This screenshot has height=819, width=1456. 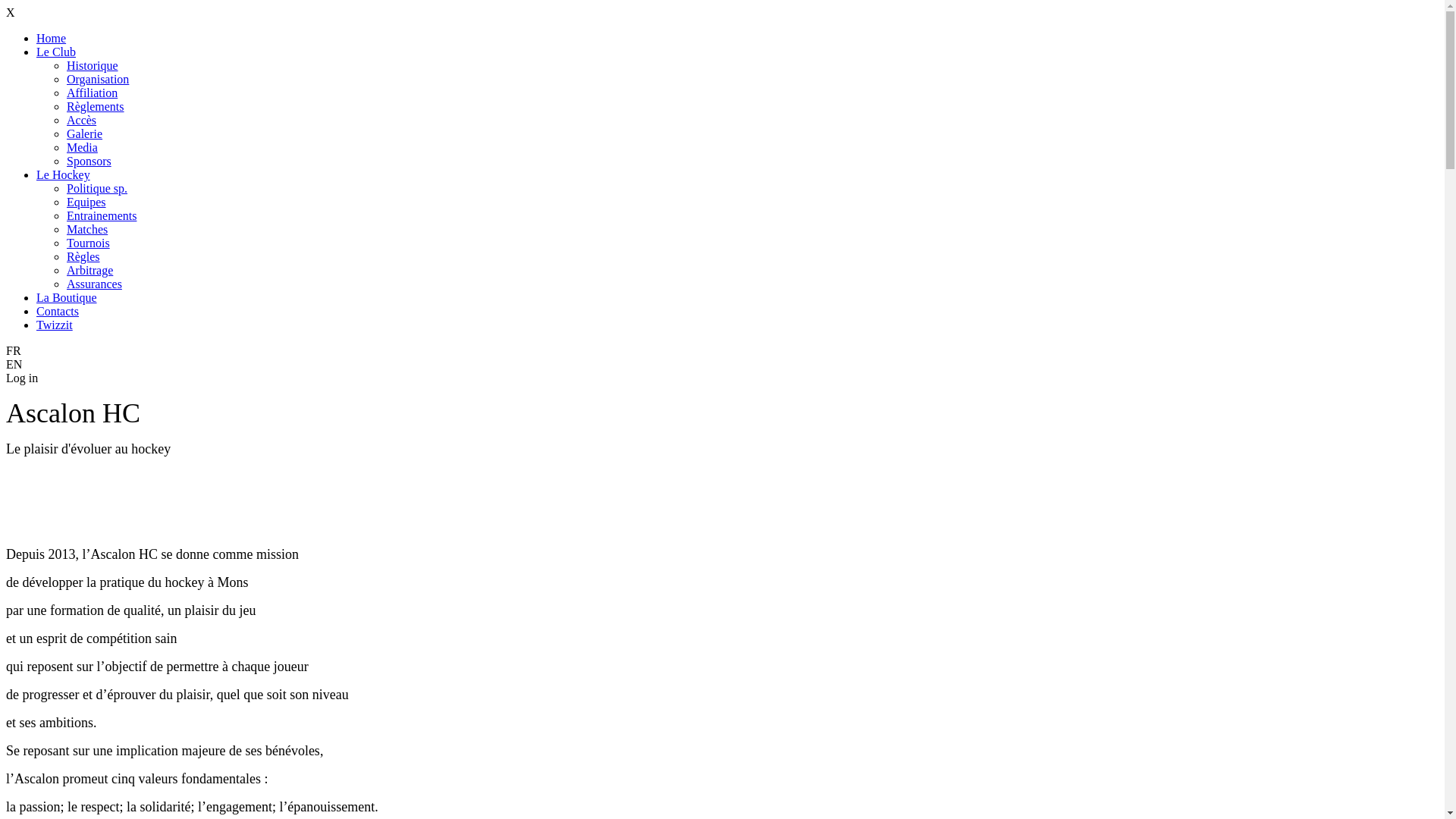 What do you see at coordinates (6, 12) in the screenshot?
I see `'X'` at bounding box center [6, 12].